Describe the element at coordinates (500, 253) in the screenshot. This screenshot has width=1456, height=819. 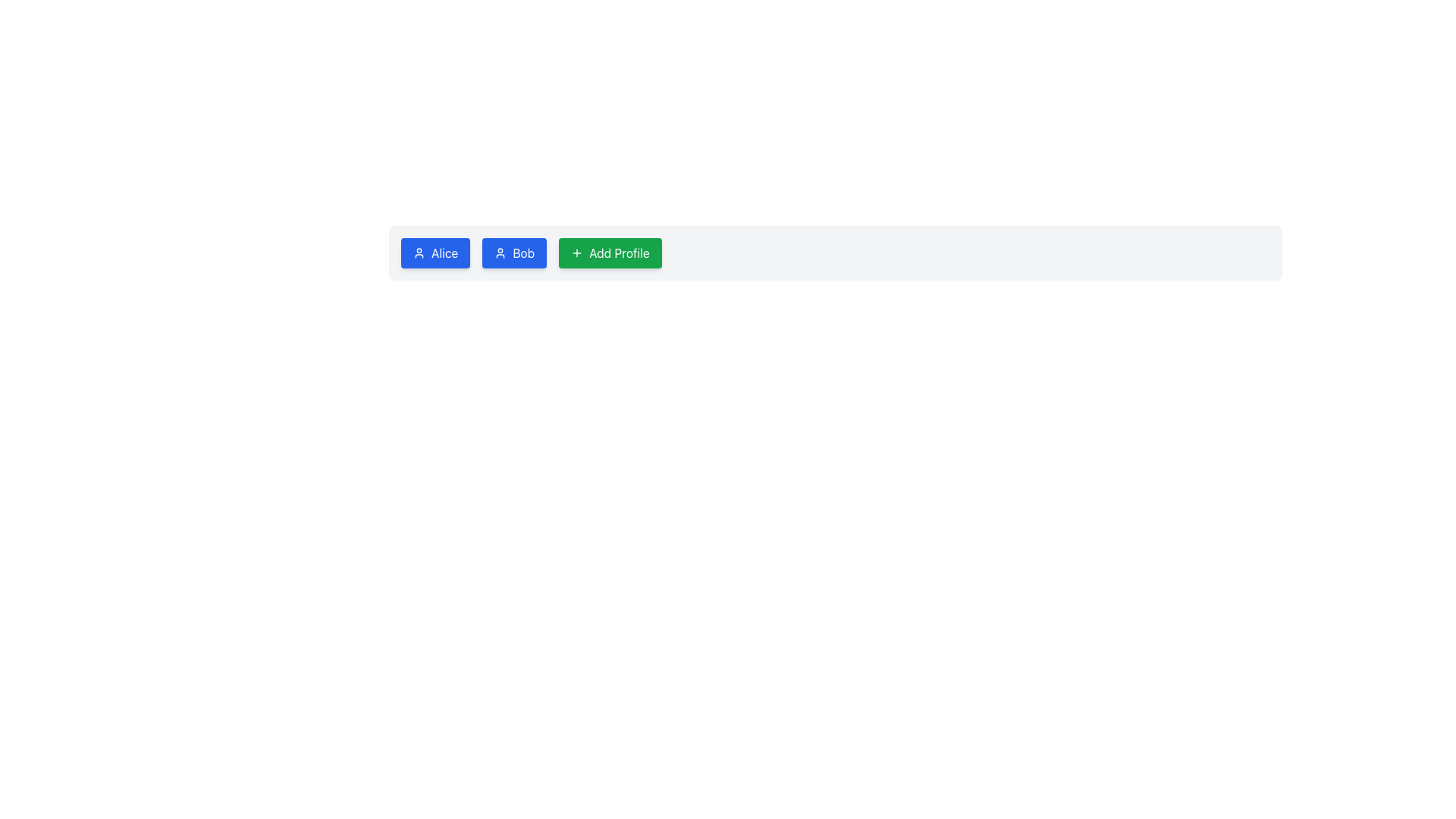
I see `the icon representing the button labeled 'Bob', which visually denotes its purpose in relation to 'Bob'` at that location.